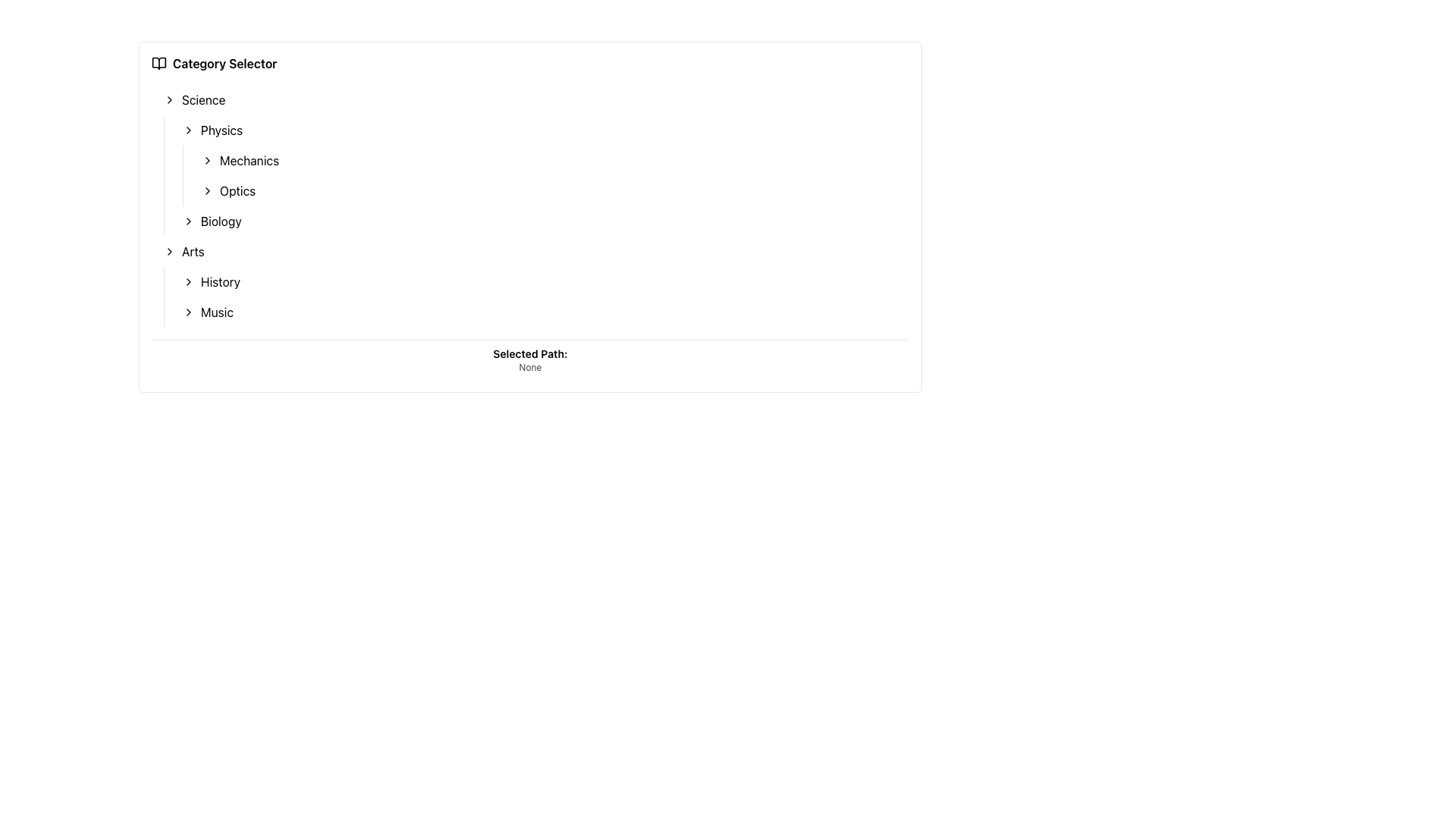 Image resolution: width=1456 pixels, height=819 pixels. Describe the element at coordinates (192, 250) in the screenshot. I see `the text label 'Arts'` at that location.